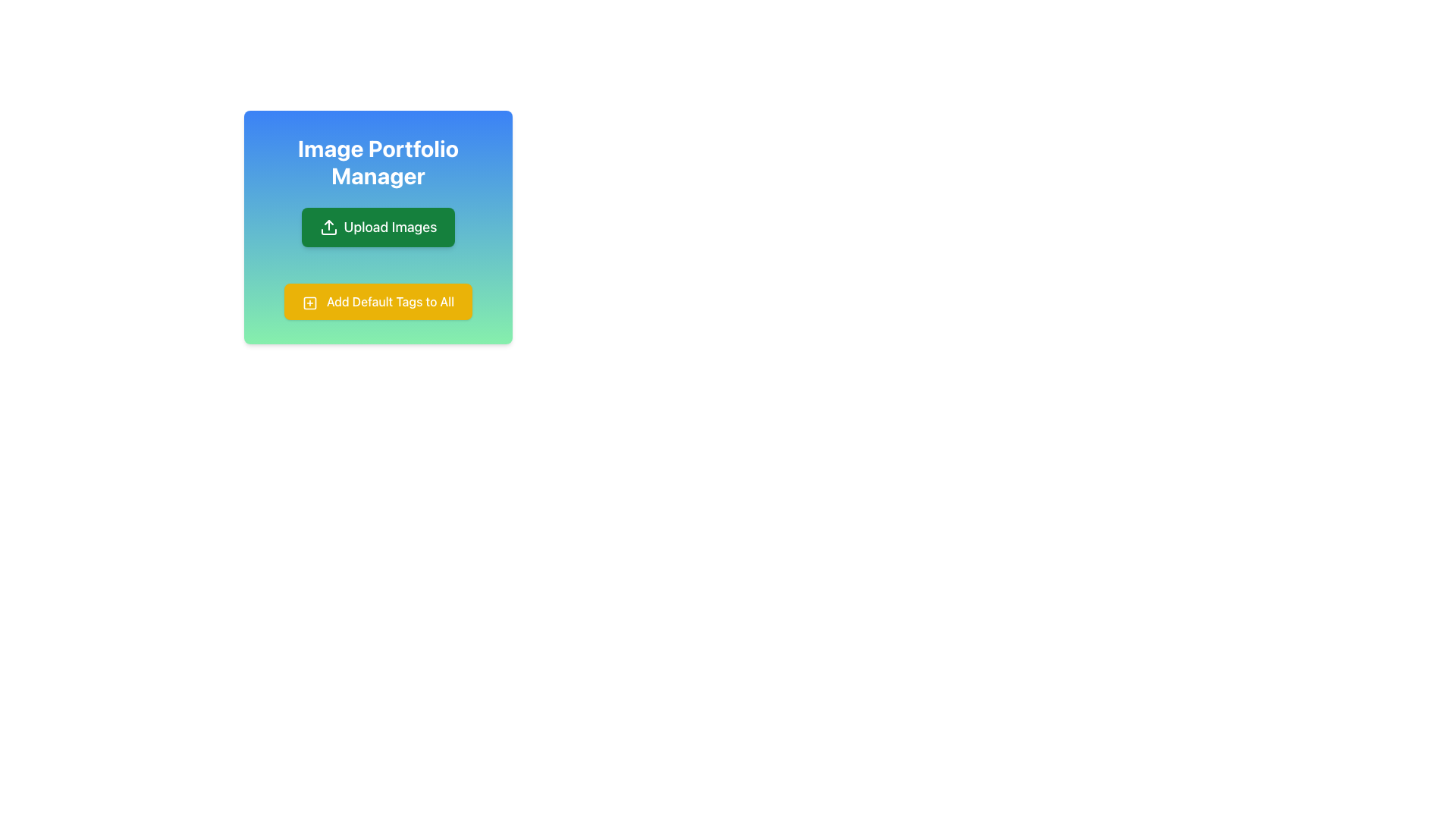  Describe the element at coordinates (309, 303) in the screenshot. I see `the outer square of the plus-square icon that precedes the text 'Add Default Tags to All'` at that location.